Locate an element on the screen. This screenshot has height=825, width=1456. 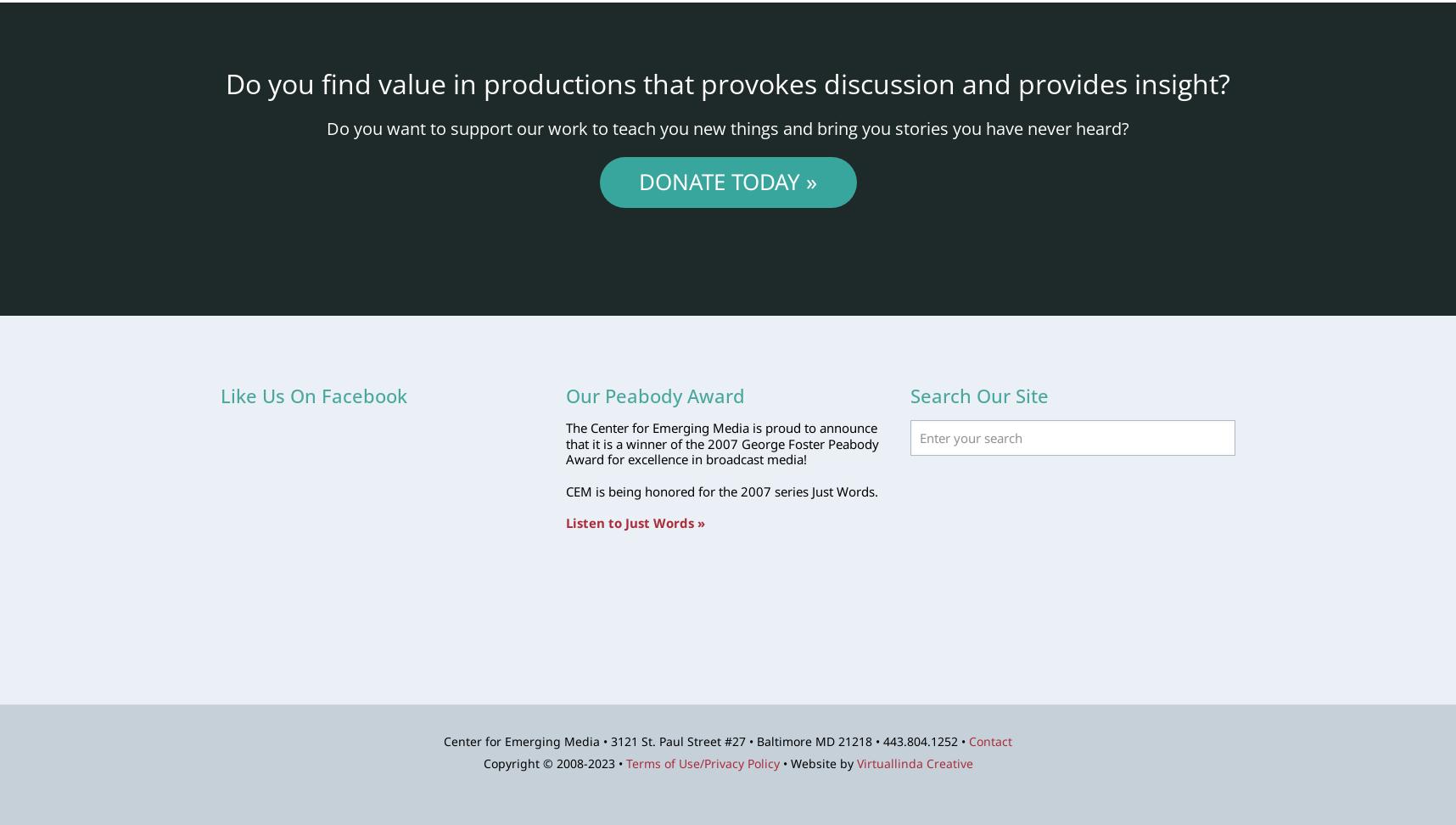
'The Center for Emerging Media is proud to announce that it is a winner of the 2007 George Foster Peabody Award for excellence in broadcast media!' is located at coordinates (721, 442).